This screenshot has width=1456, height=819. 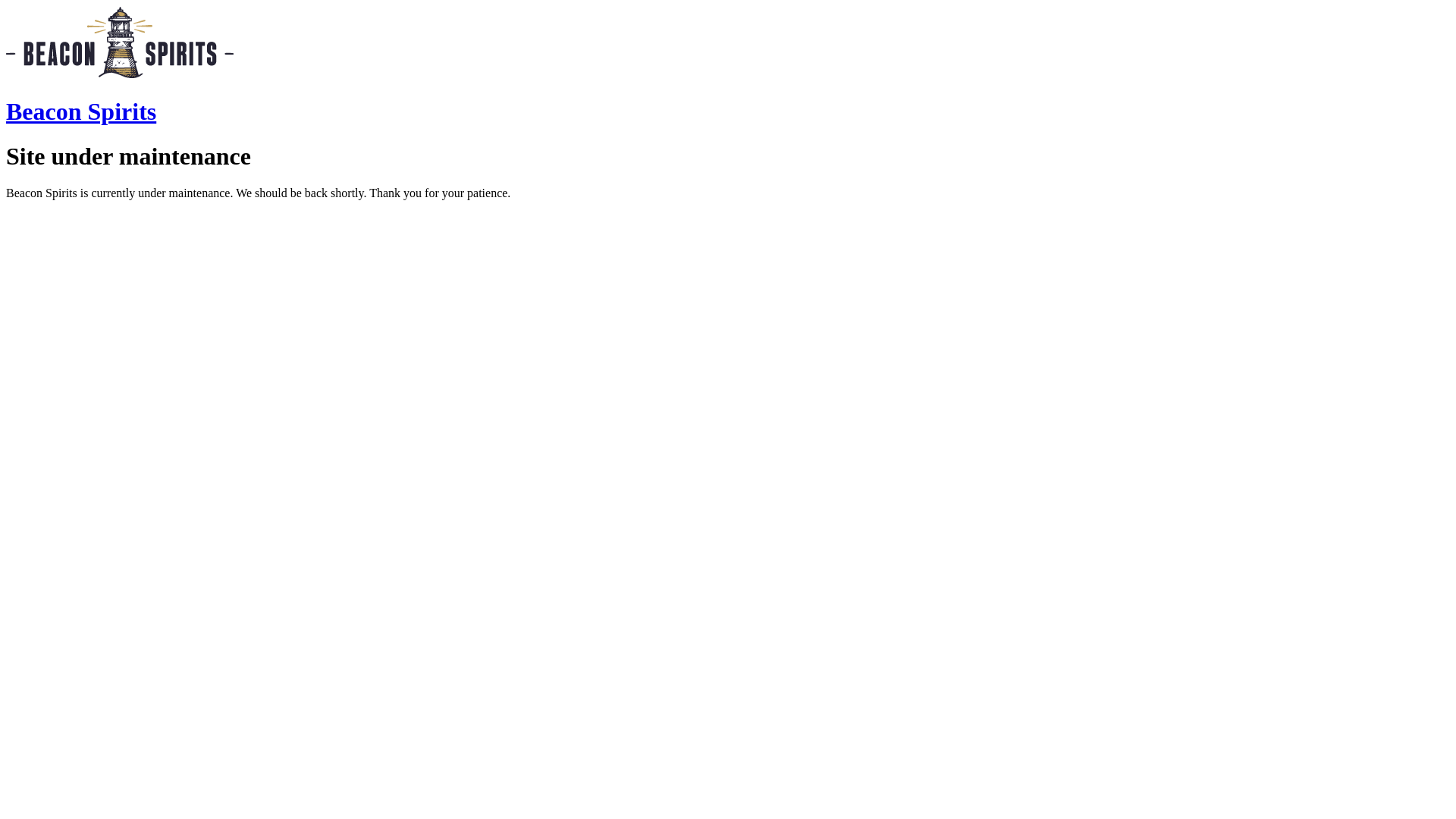 I want to click on 'Beacon Spirits', so click(x=80, y=110).